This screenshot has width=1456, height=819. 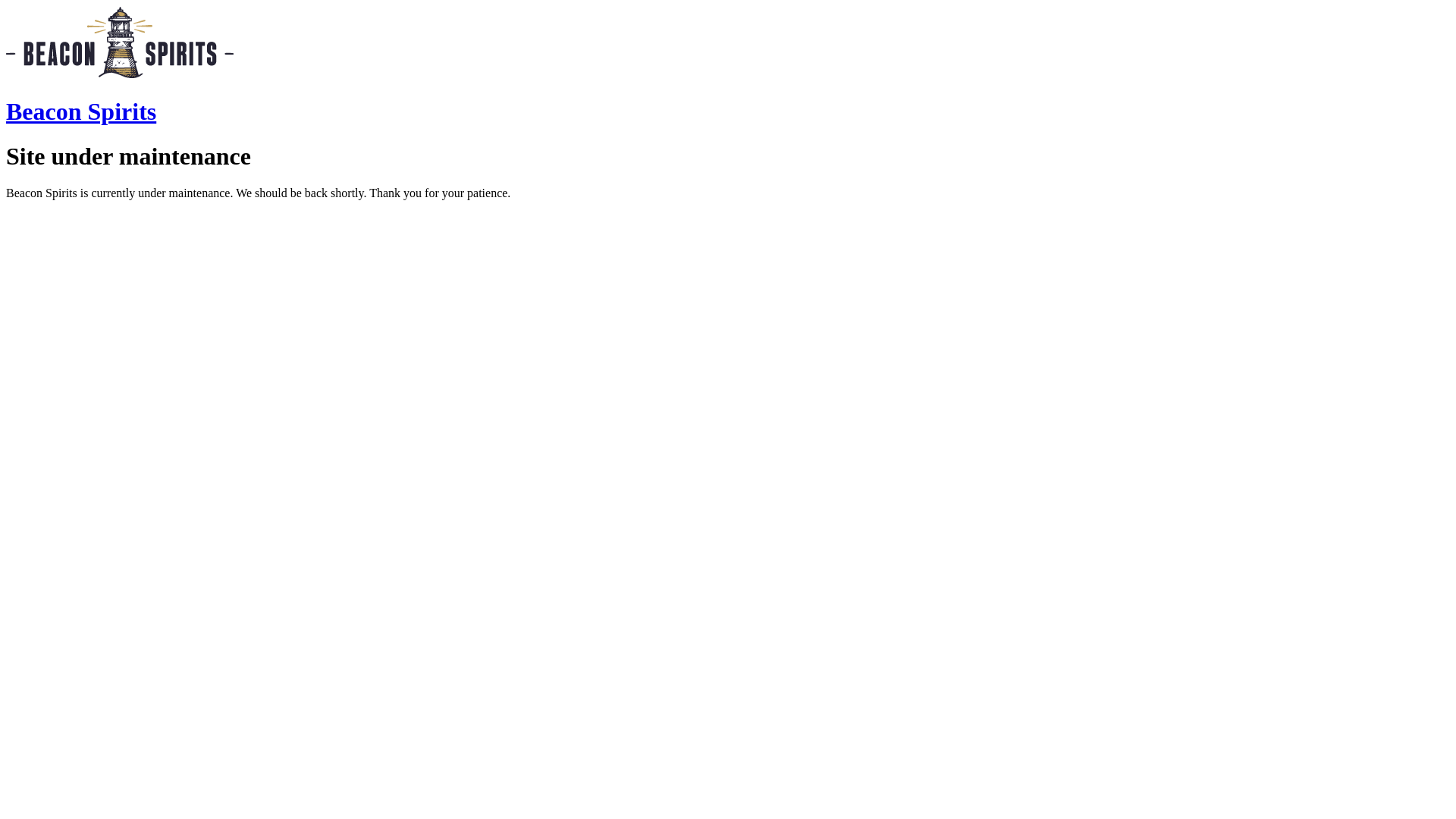 I want to click on 'Beacon Spirits', so click(x=80, y=110).